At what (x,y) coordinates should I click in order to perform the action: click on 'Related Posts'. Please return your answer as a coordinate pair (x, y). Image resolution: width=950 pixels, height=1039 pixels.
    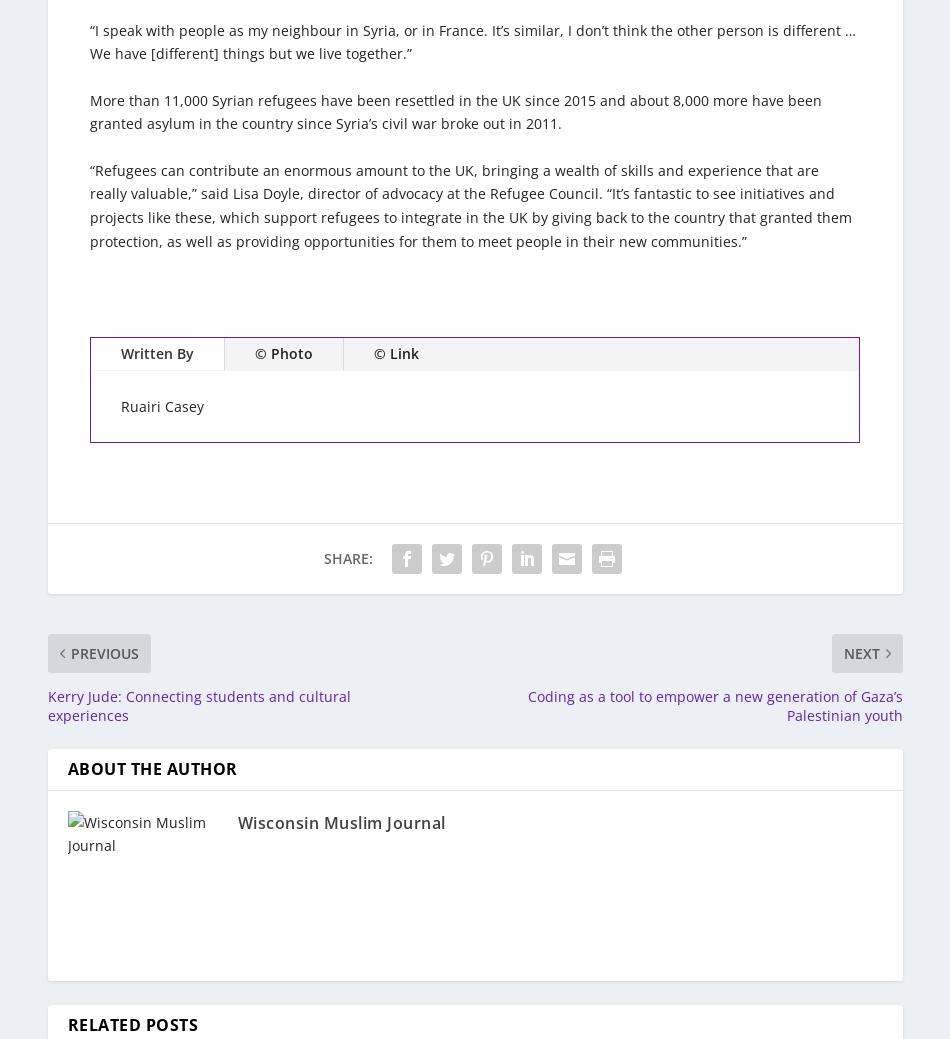
    Looking at the image, I should click on (132, 1024).